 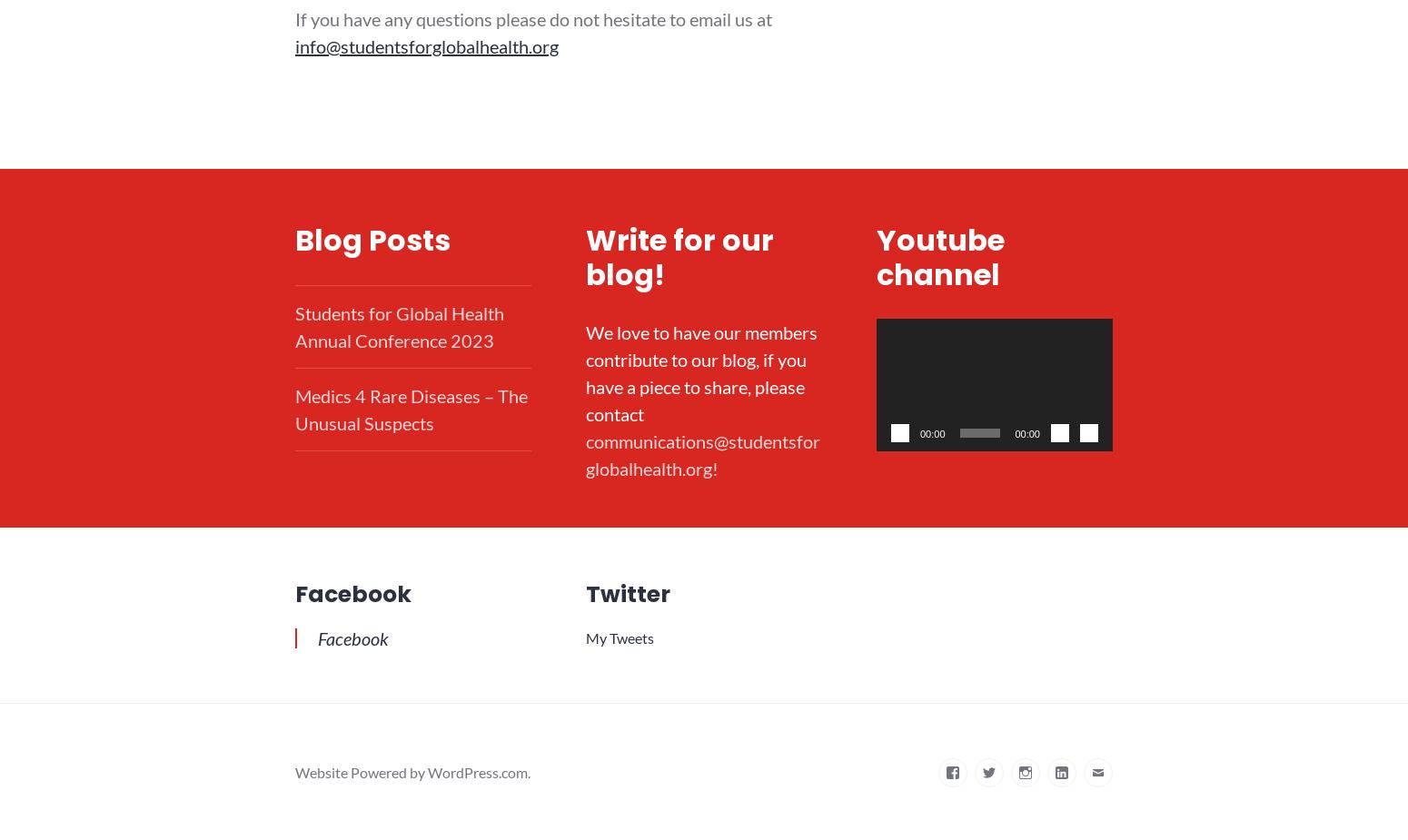 What do you see at coordinates (425, 44) in the screenshot?
I see `'info@studentsforglobalhealth.org'` at bounding box center [425, 44].